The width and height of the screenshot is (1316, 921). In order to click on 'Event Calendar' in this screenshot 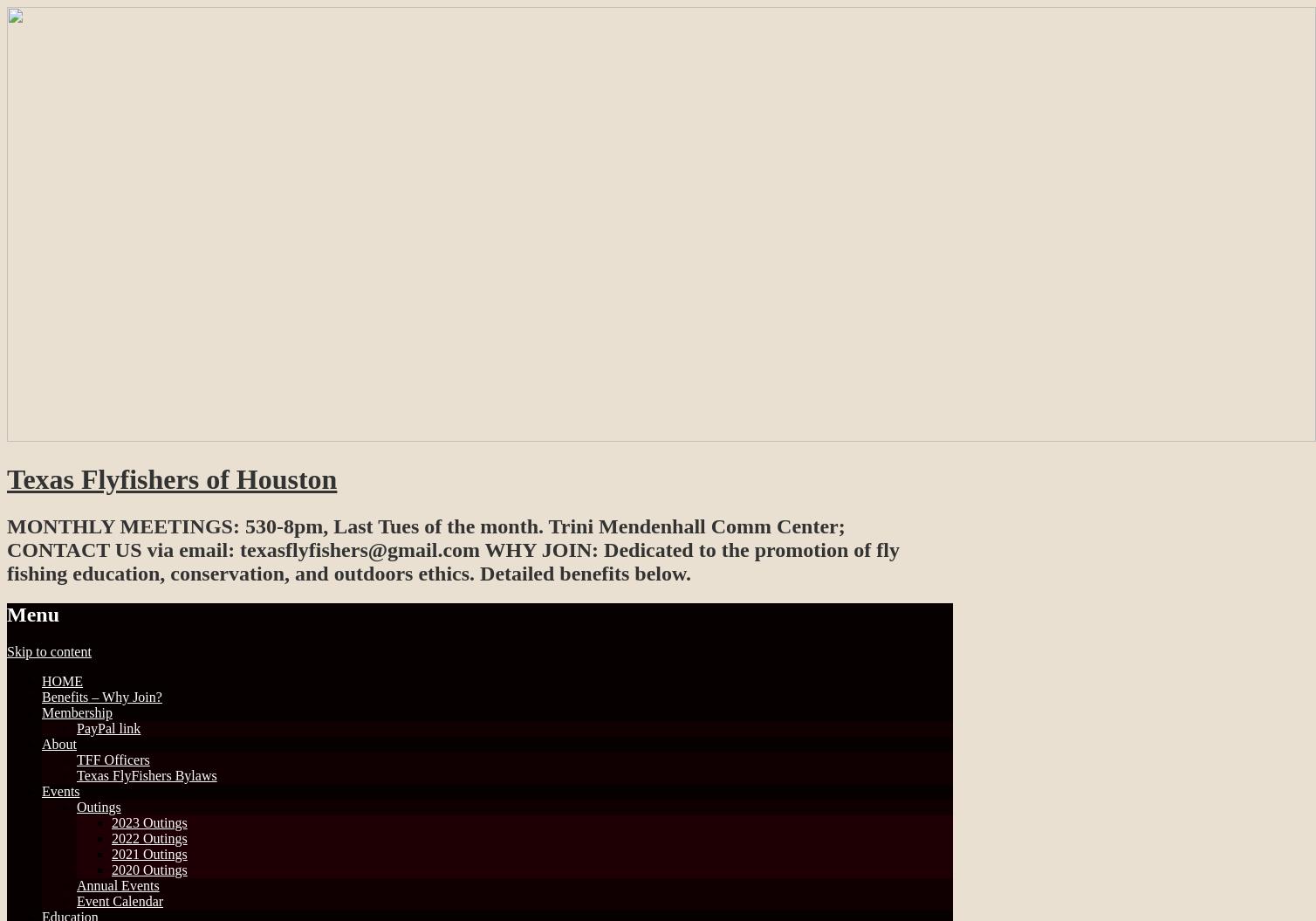, I will do `click(120, 899)`.